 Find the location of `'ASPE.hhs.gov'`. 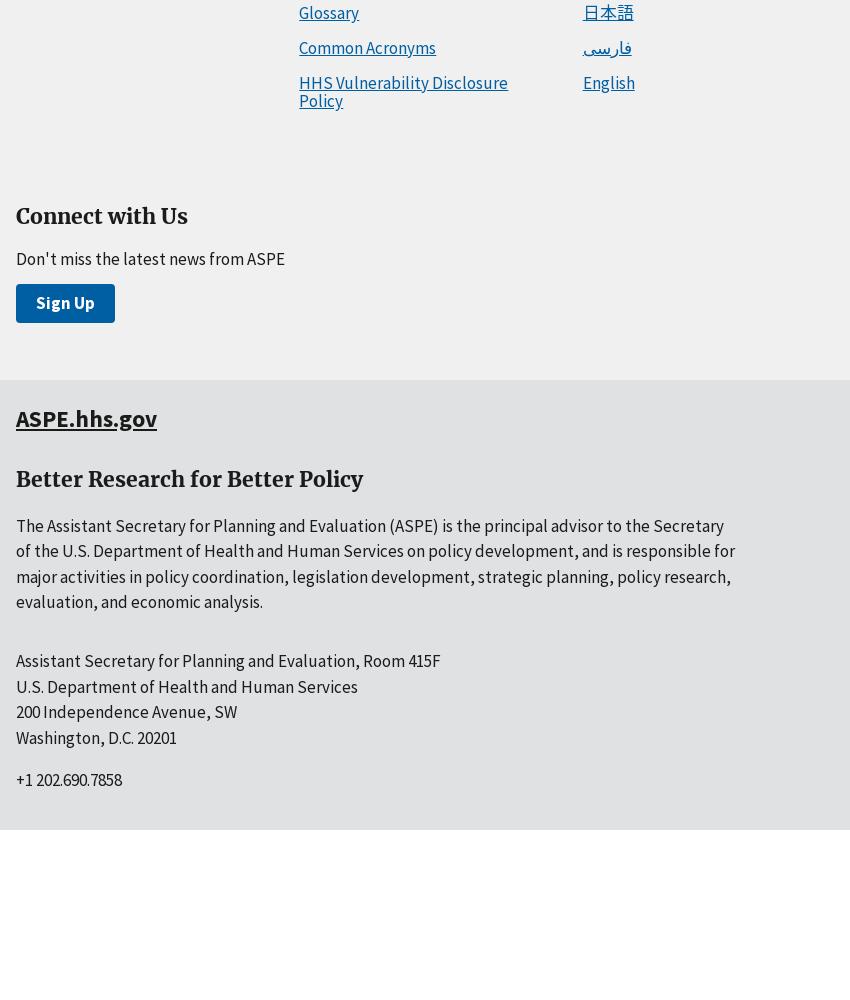

'ASPE.hhs.gov' is located at coordinates (85, 418).